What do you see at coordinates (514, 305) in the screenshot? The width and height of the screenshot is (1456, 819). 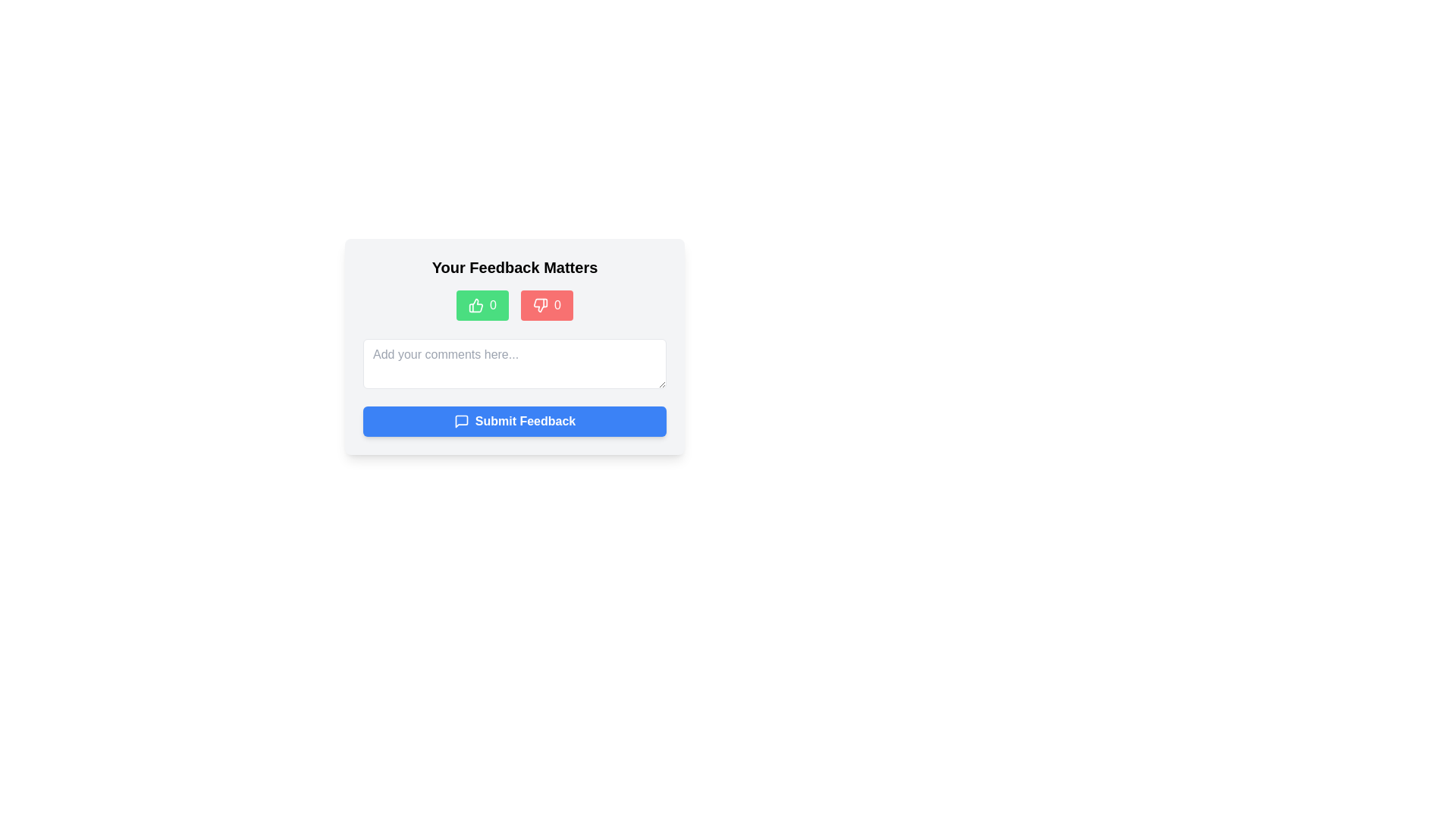 I see `the thumbs-up button in the Interactive button pair located in the feedback section labeled 'Your Feedback Matters'` at bounding box center [514, 305].